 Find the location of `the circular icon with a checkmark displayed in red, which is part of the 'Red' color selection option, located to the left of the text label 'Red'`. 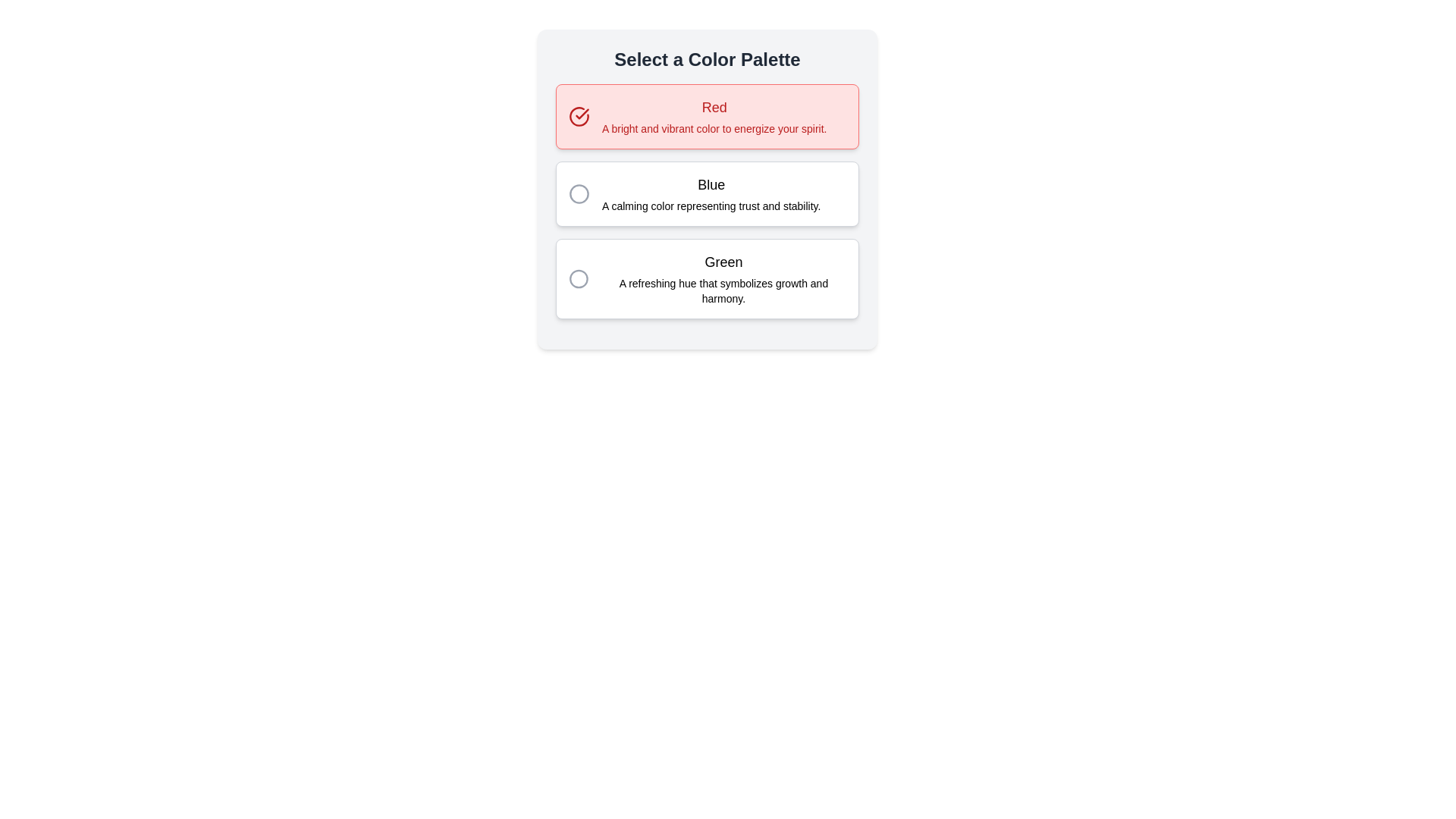

the circular icon with a checkmark displayed in red, which is part of the 'Red' color selection option, located to the left of the text label 'Red' is located at coordinates (578, 116).